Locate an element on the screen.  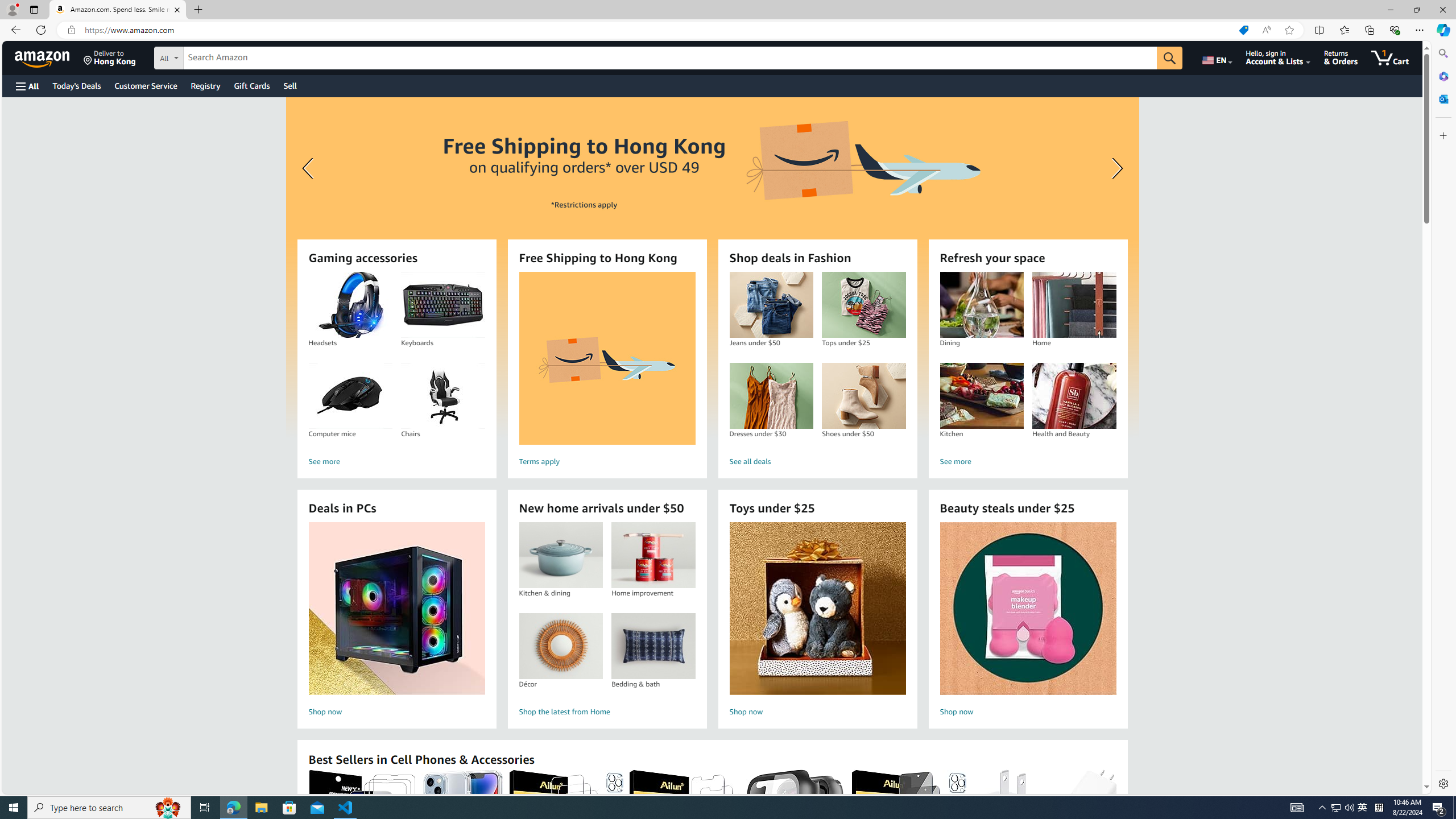
'Kitchen & dining' is located at coordinates (560, 555).